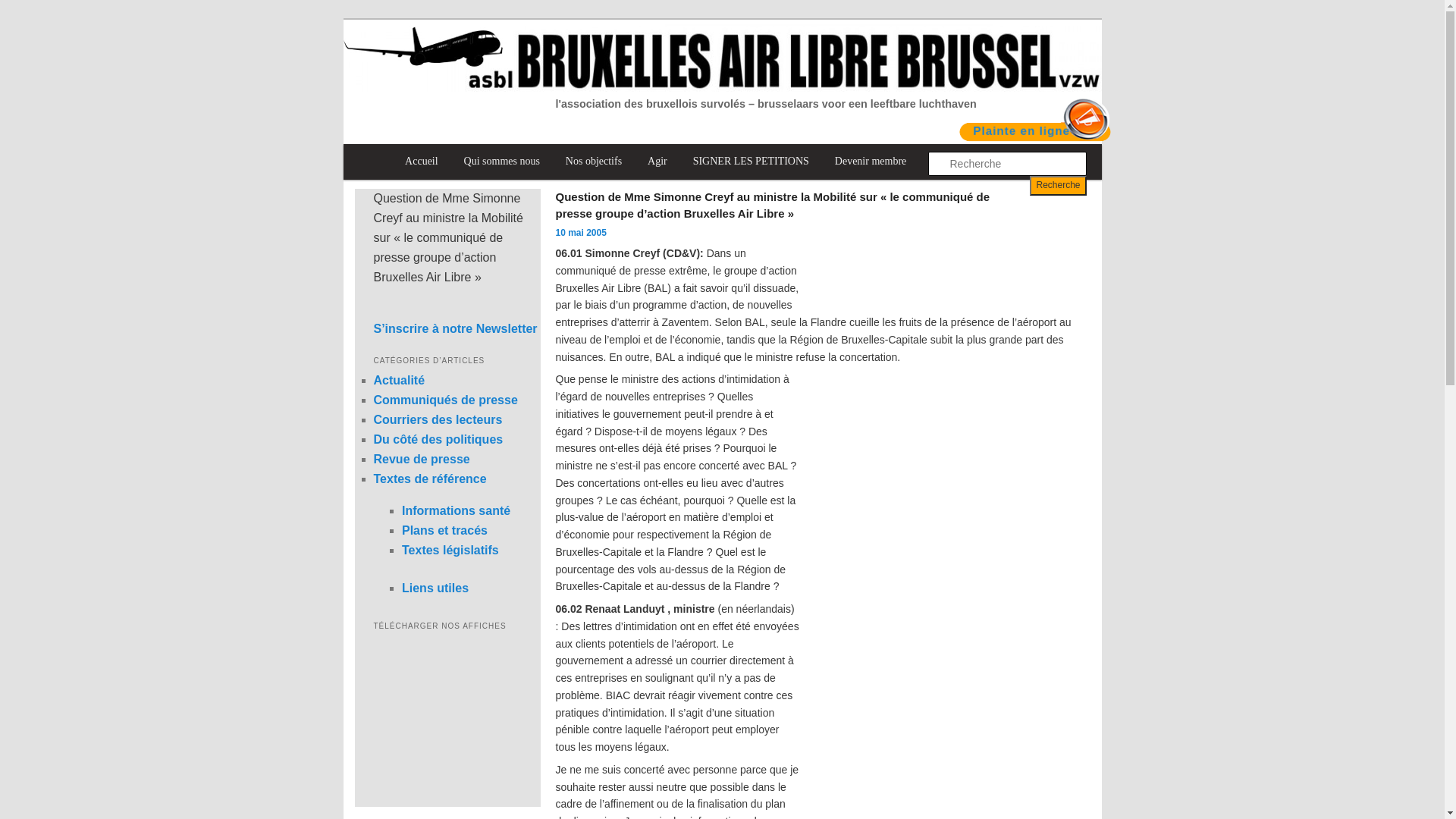 This screenshot has height=819, width=1456. Describe the element at coordinates (657, 162) in the screenshot. I see `'Agir'` at that location.